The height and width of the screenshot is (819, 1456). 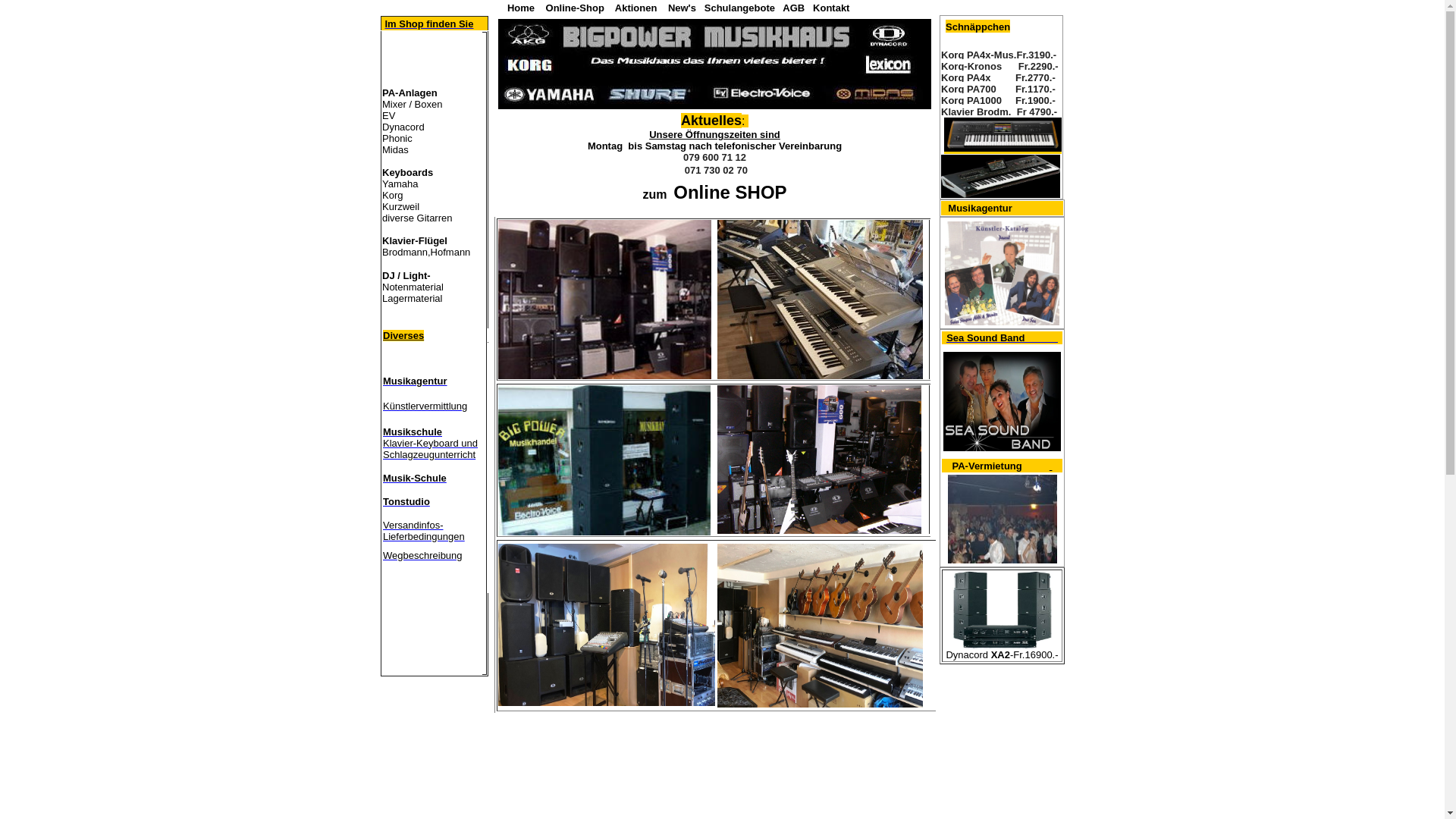 What do you see at coordinates (739, 8) in the screenshot?
I see `'Schulangebote'` at bounding box center [739, 8].